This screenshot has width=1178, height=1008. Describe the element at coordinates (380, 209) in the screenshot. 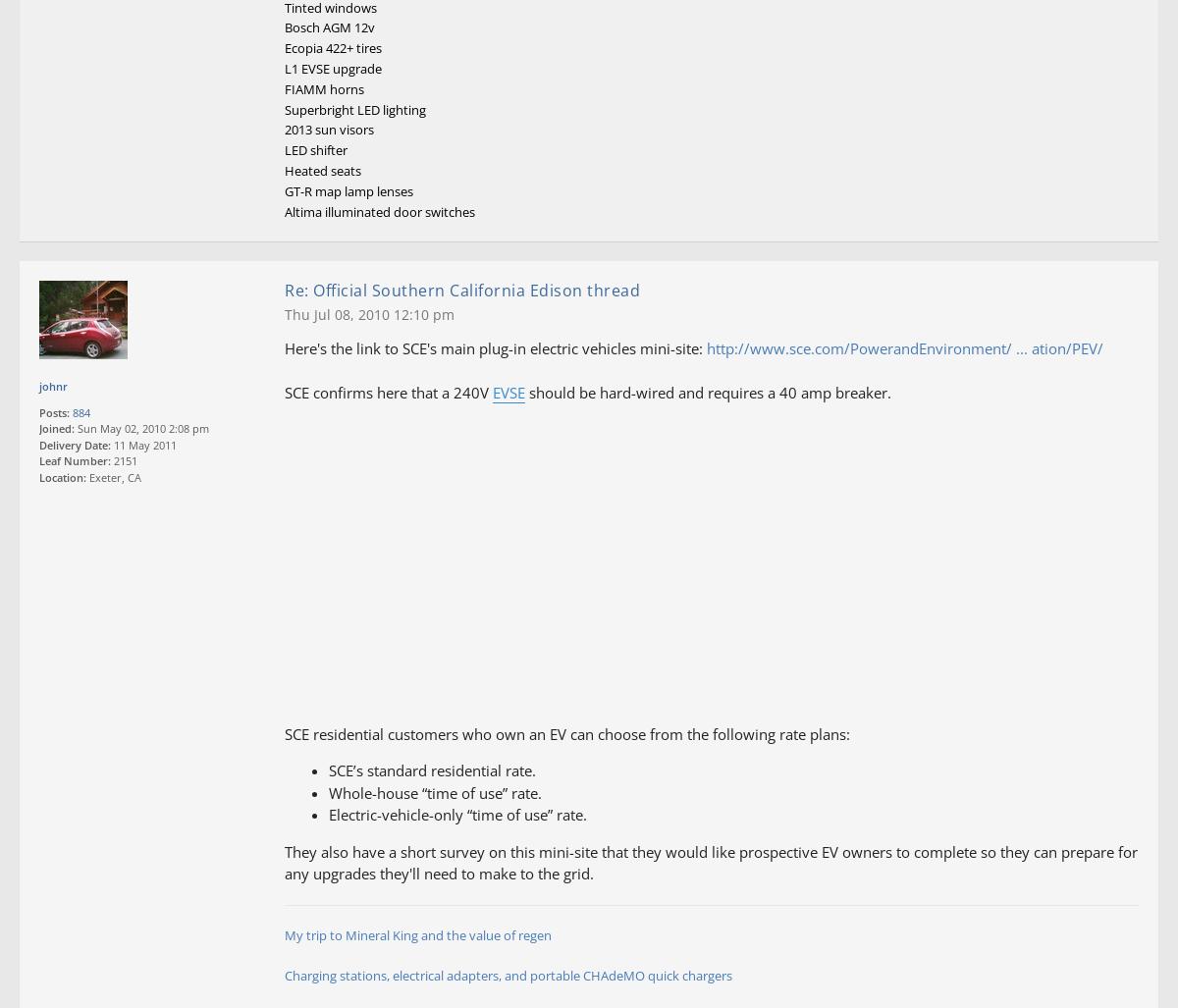

I see `'Altima illuminated door switches'` at that location.